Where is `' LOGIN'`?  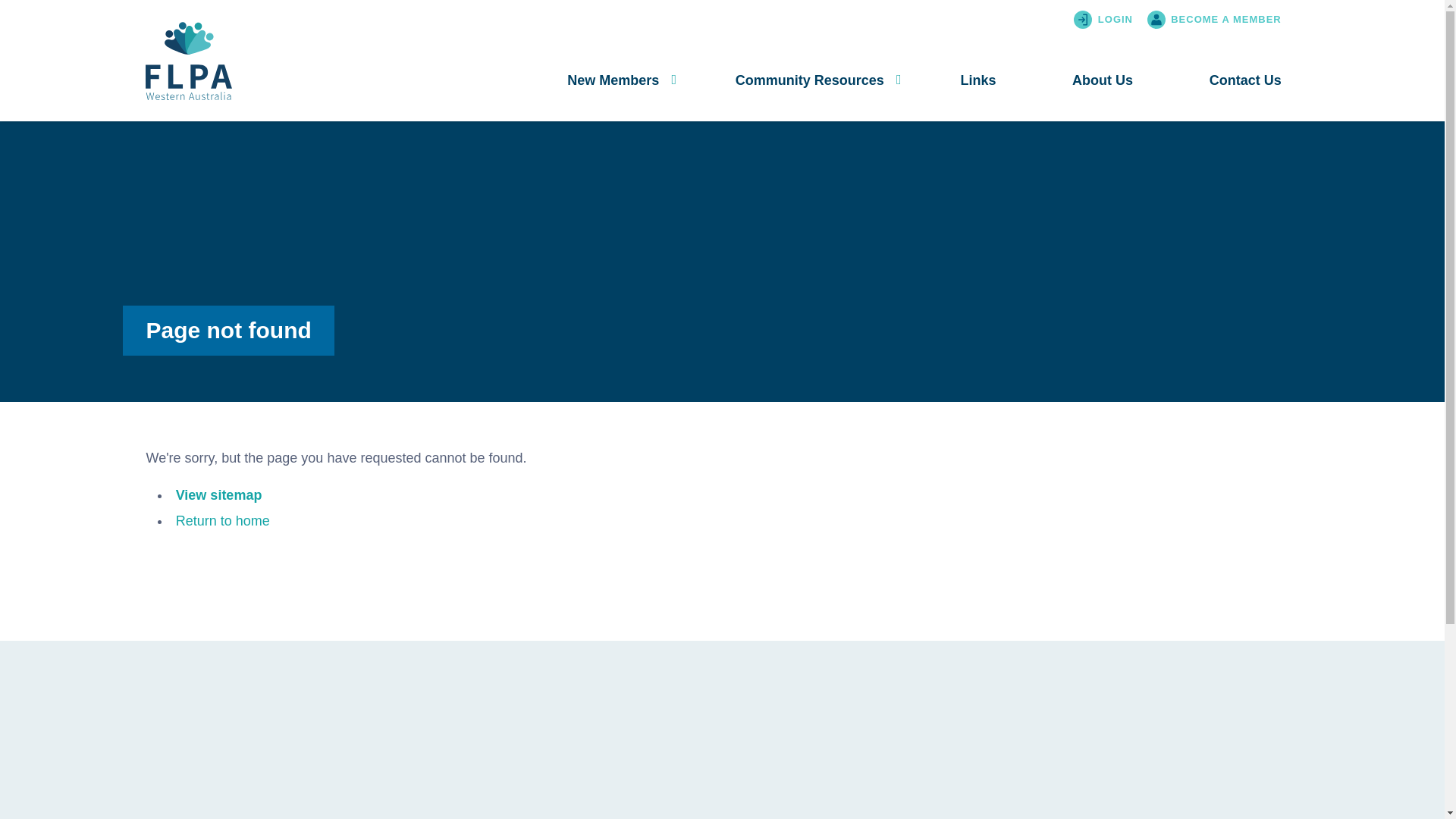 ' LOGIN' is located at coordinates (1117, 20).